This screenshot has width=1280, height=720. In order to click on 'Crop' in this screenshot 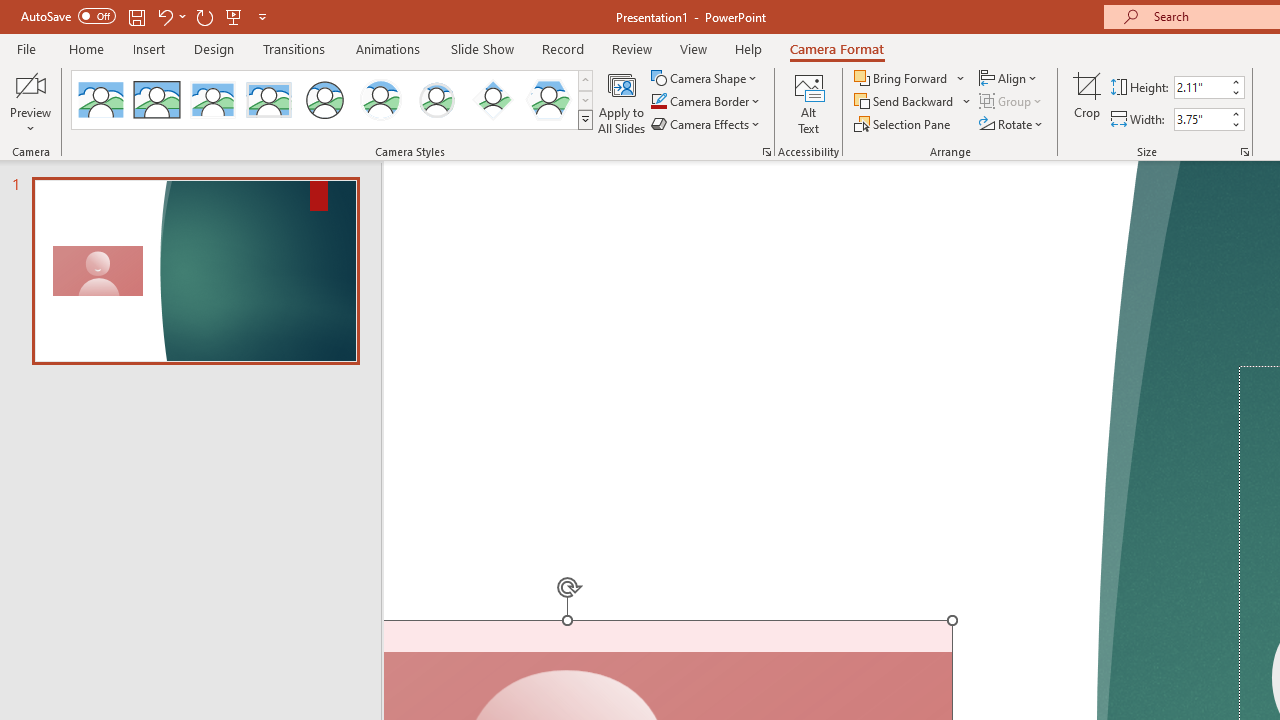, I will do `click(1086, 103)`.